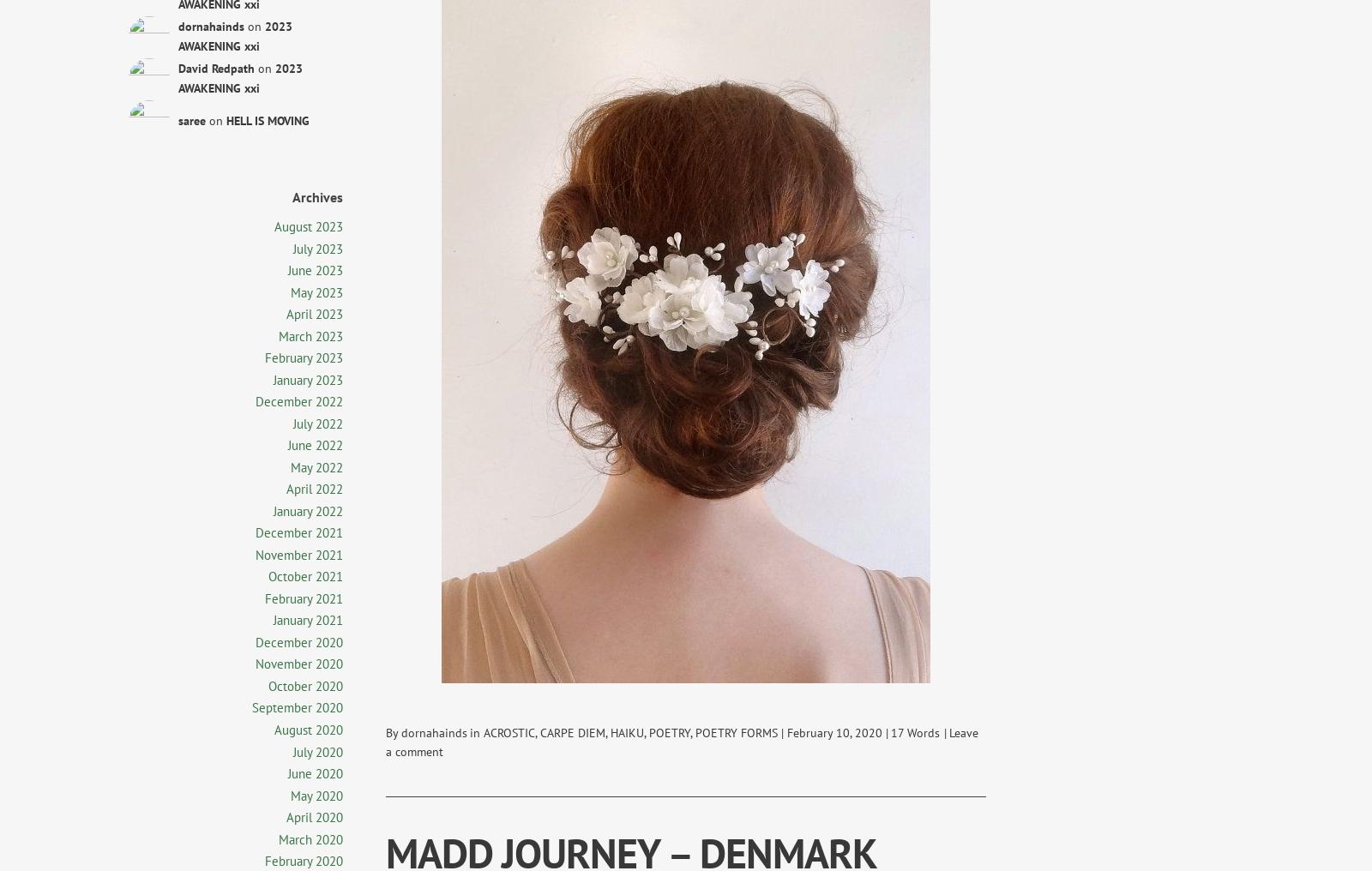  What do you see at coordinates (178, 68) in the screenshot?
I see `'David Redpath'` at bounding box center [178, 68].